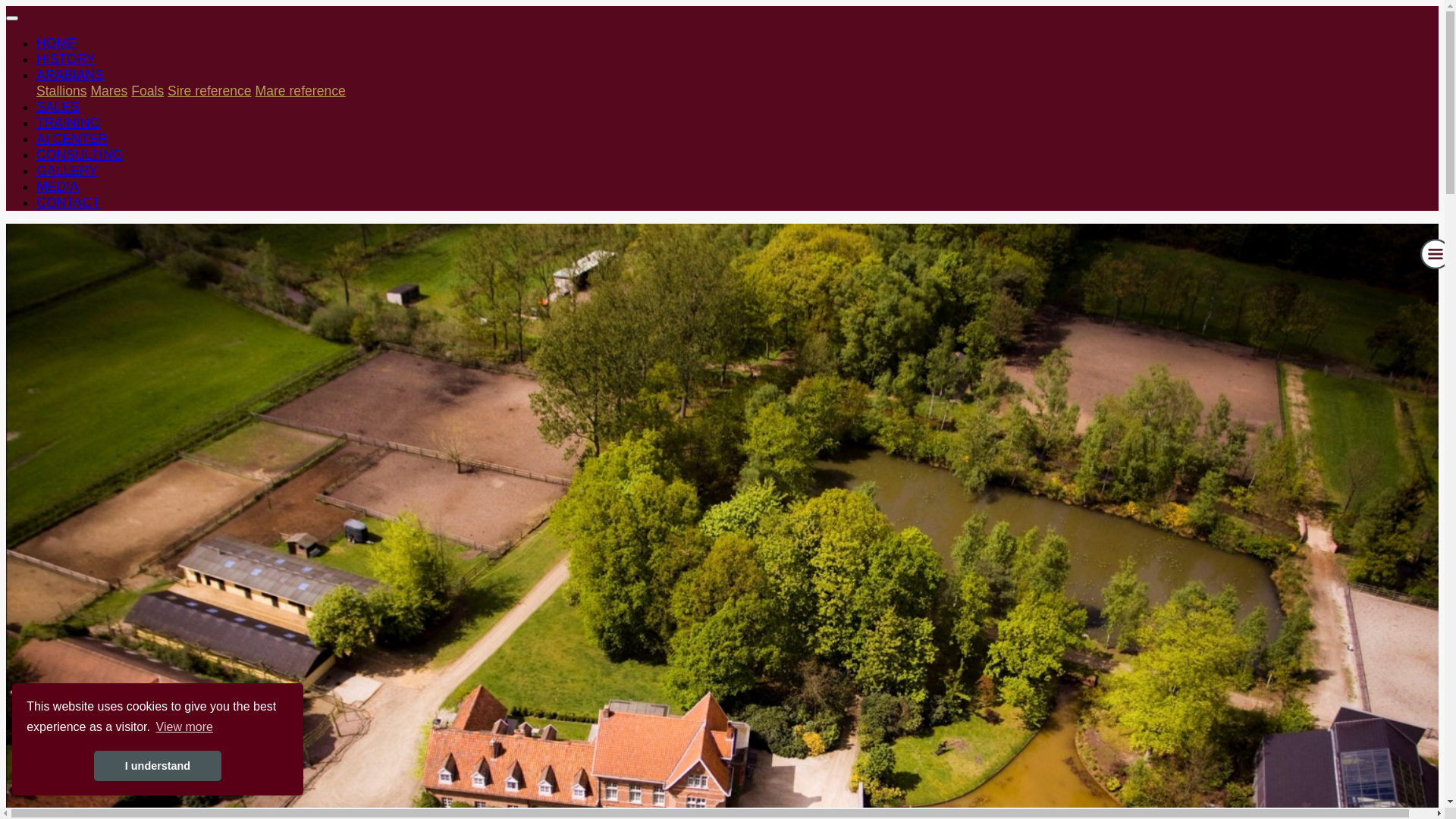 Image resolution: width=1456 pixels, height=819 pixels. I want to click on 'AI CENTER', so click(71, 138).